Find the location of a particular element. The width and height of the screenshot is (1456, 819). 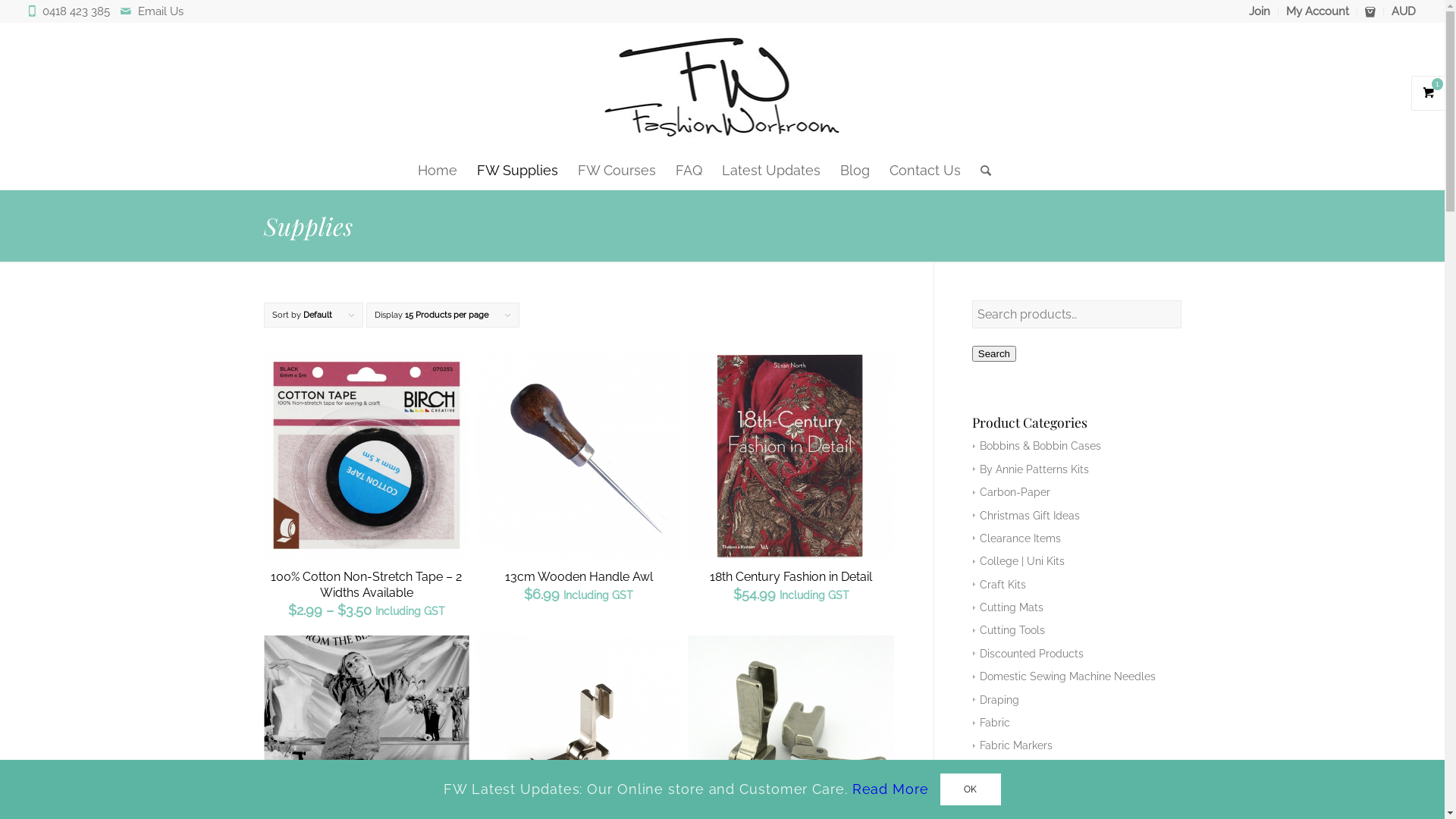

'Blog' is located at coordinates (829, 170).